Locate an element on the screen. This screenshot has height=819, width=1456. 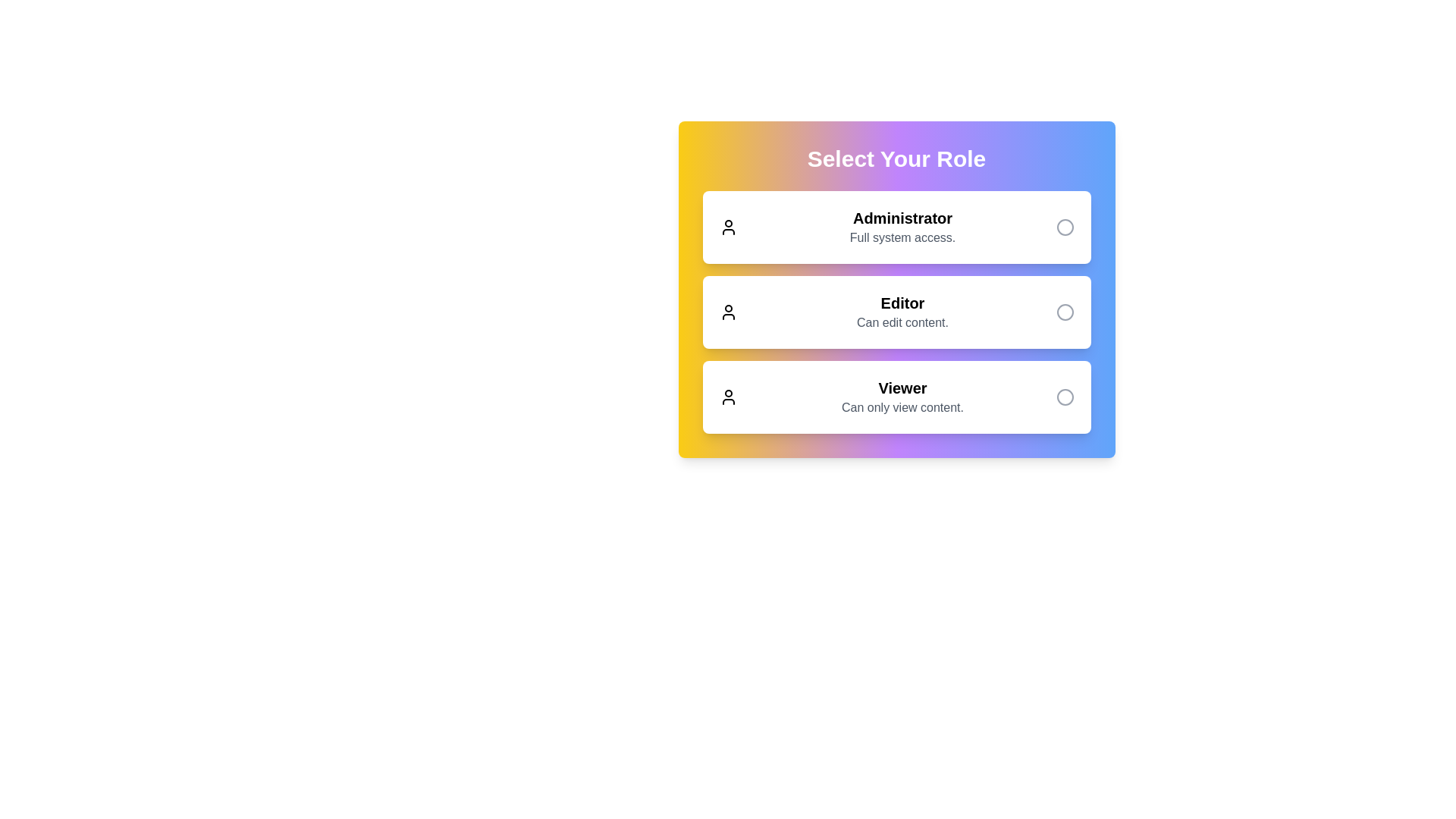
the text label displaying 'Administrator' with a description of 'Full system access' located in the first selectable block is located at coordinates (902, 227).